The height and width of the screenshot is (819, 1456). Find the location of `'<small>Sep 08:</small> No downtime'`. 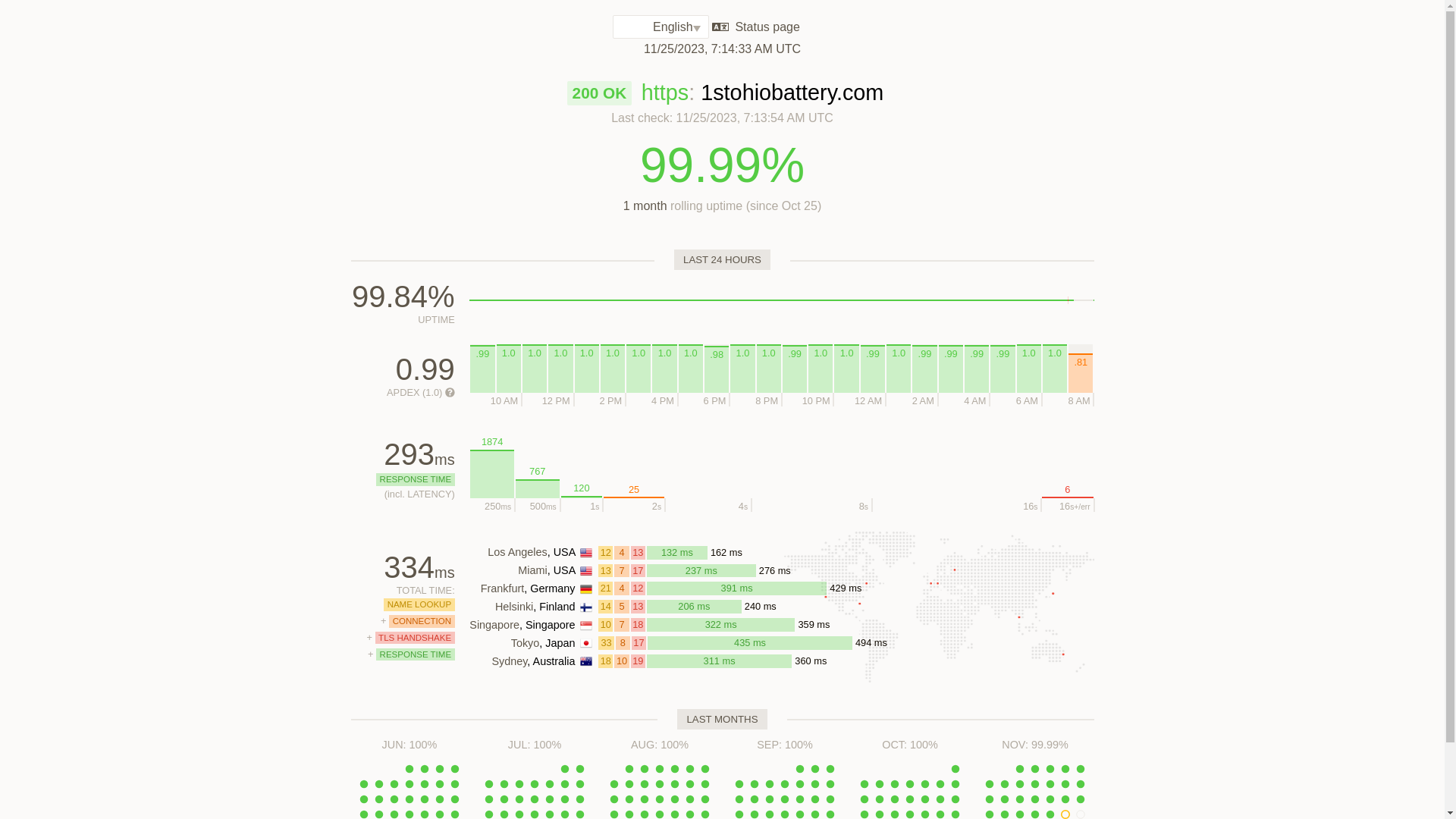

'<small>Sep 08:</small> No downtime' is located at coordinates (799, 783).